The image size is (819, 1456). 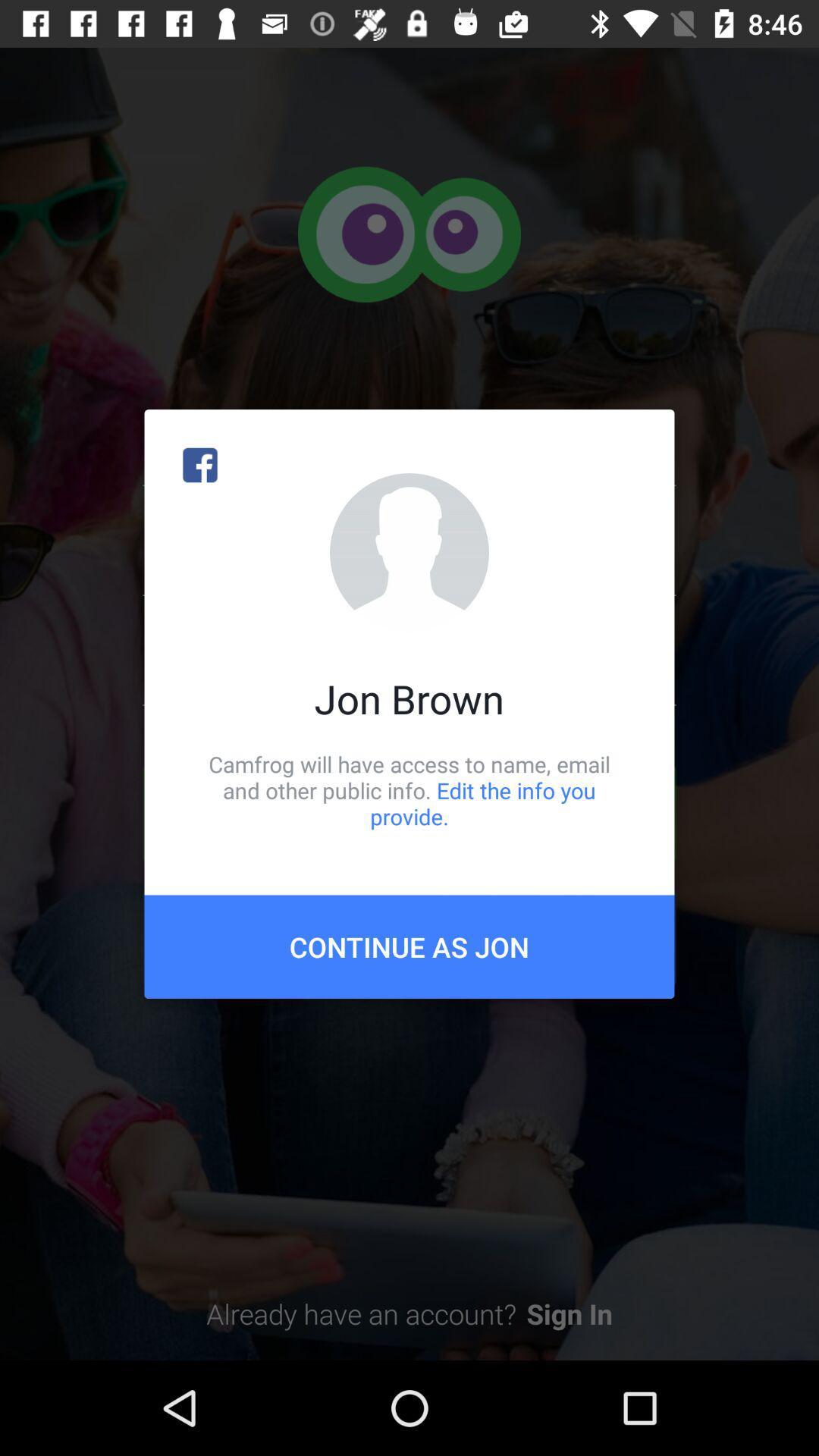 What do you see at coordinates (409, 946) in the screenshot?
I see `continue as jon` at bounding box center [409, 946].